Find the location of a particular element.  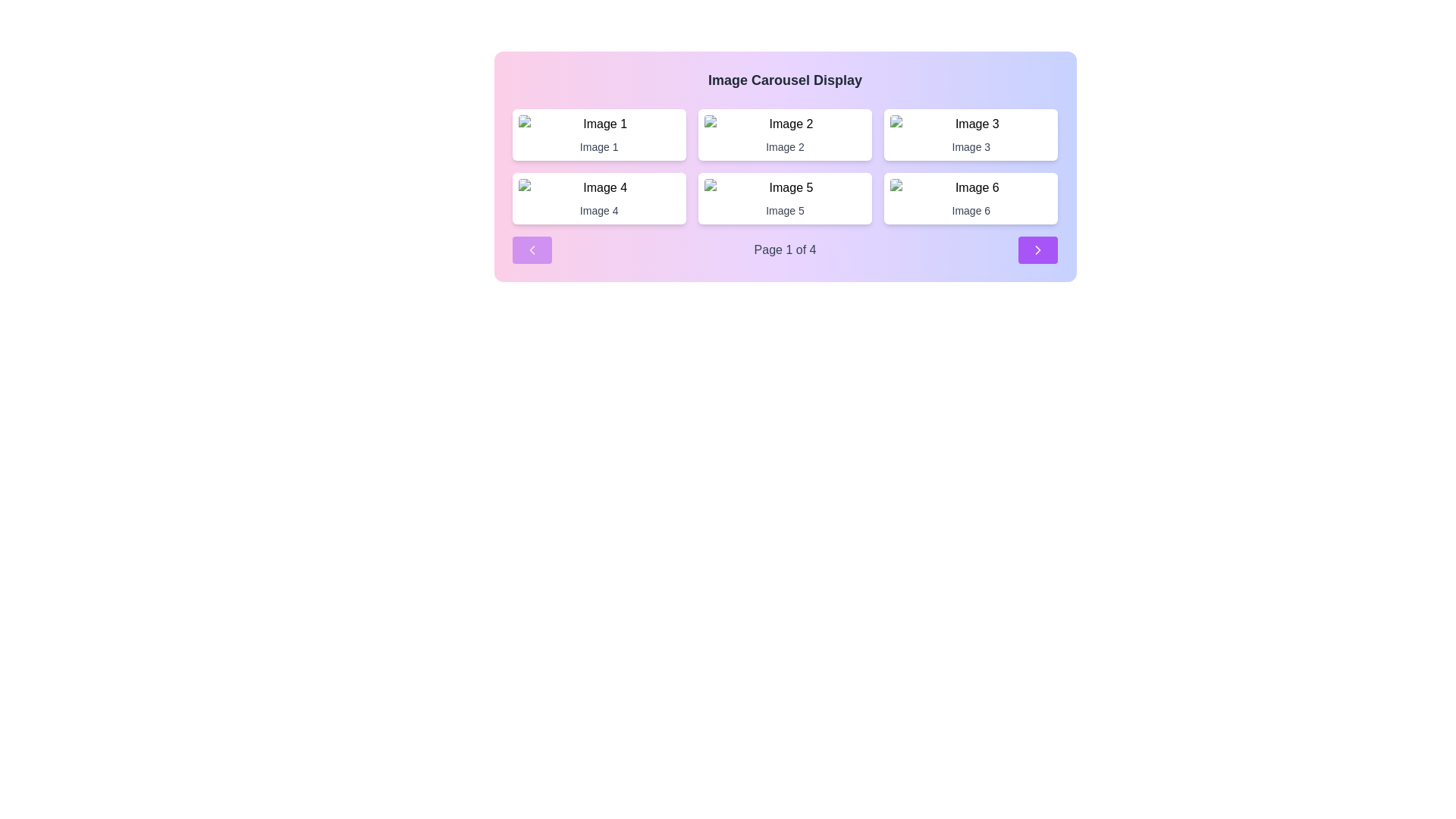

the image thumbnail labeled 'Image 6', which has rounded corners and is located in the second row, third column of a 2x3 grid layout is located at coordinates (971, 187).